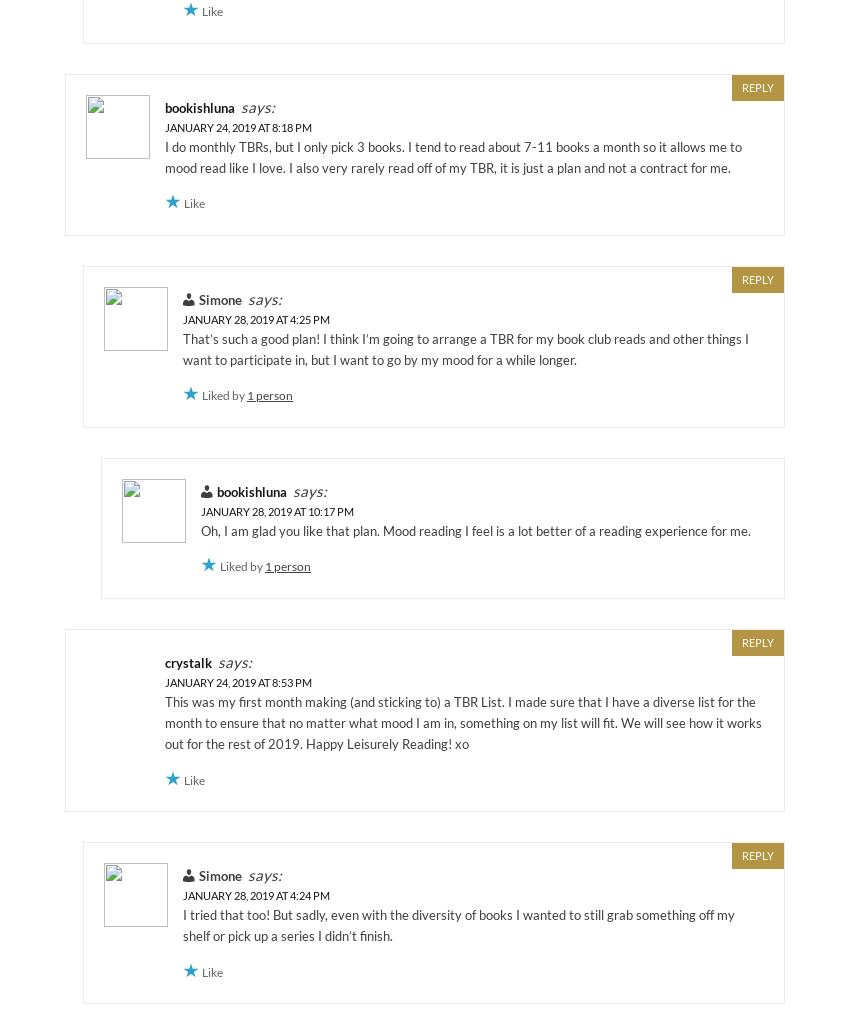 This screenshot has width=850, height=1029. What do you see at coordinates (238, 681) in the screenshot?
I see `'January 24, 2019 at 8:53 pm'` at bounding box center [238, 681].